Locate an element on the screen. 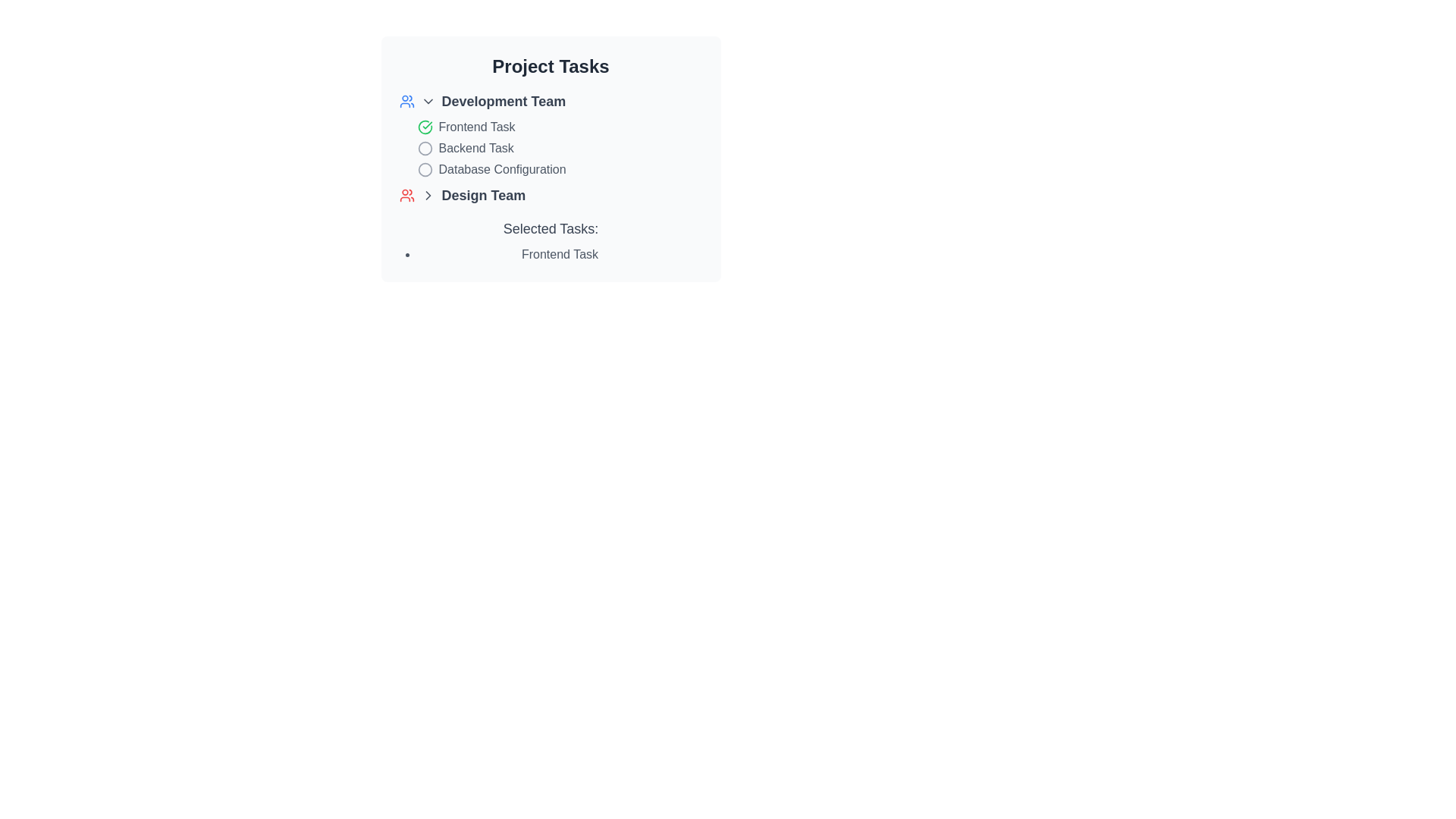 This screenshot has width=1456, height=819. the circular icon with a green stroke and checkmark, located at the beginning of the 'Frontend Task' list item under the 'Development Team' group in the 'Project Tasks' section is located at coordinates (425, 127).